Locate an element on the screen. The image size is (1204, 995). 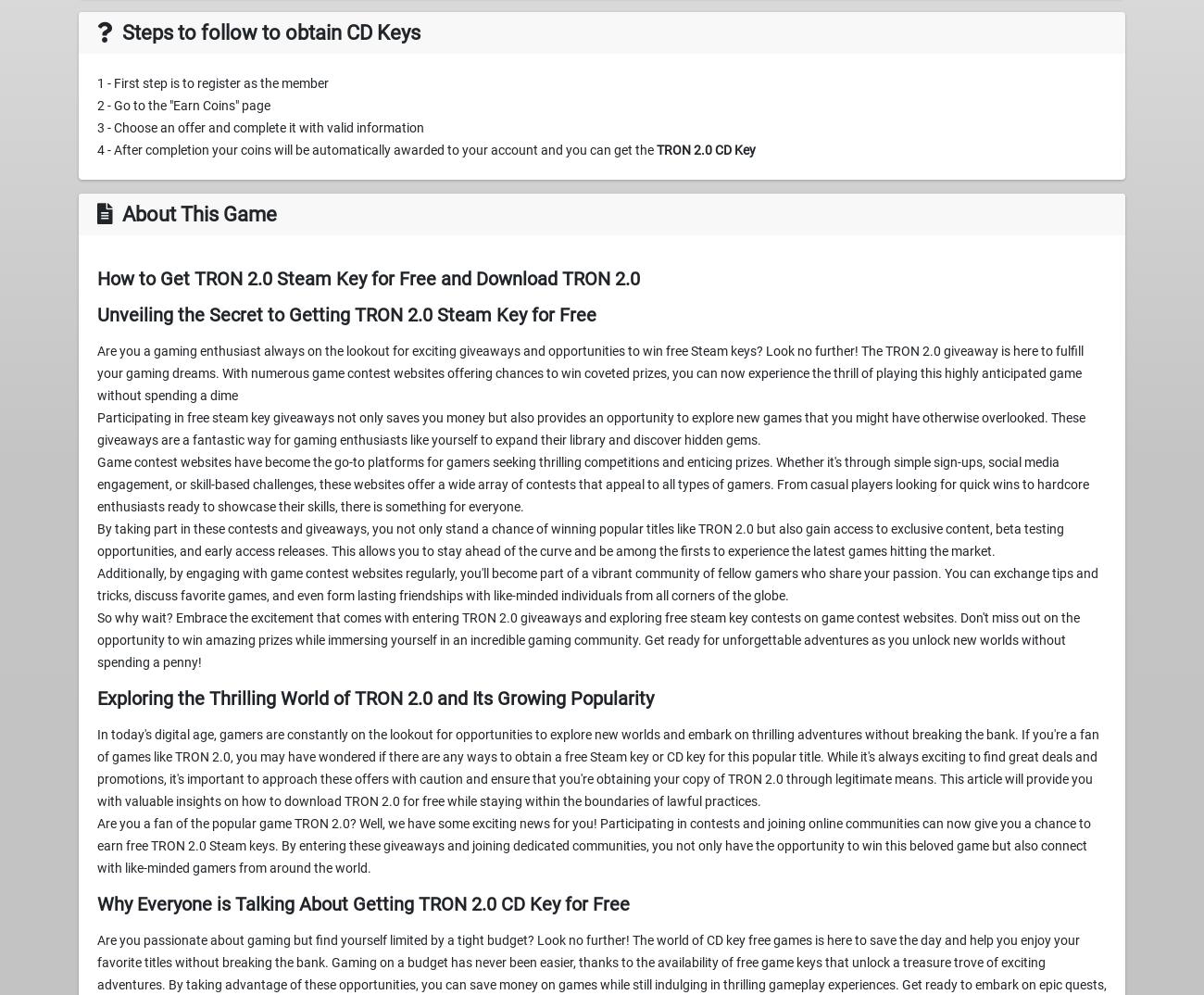
'So why wait? Embrace the excitement that comes with entering TRON 2.0 giveaways and exploring free steam key contests on game contest websites. Don't miss out on the opportunity to win amazing prizes while immersing yourself in an incredible gaming community. Get ready for unforgettable adventures as you unlock new worlds without spending a penny!' is located at coordinates (588, 639).